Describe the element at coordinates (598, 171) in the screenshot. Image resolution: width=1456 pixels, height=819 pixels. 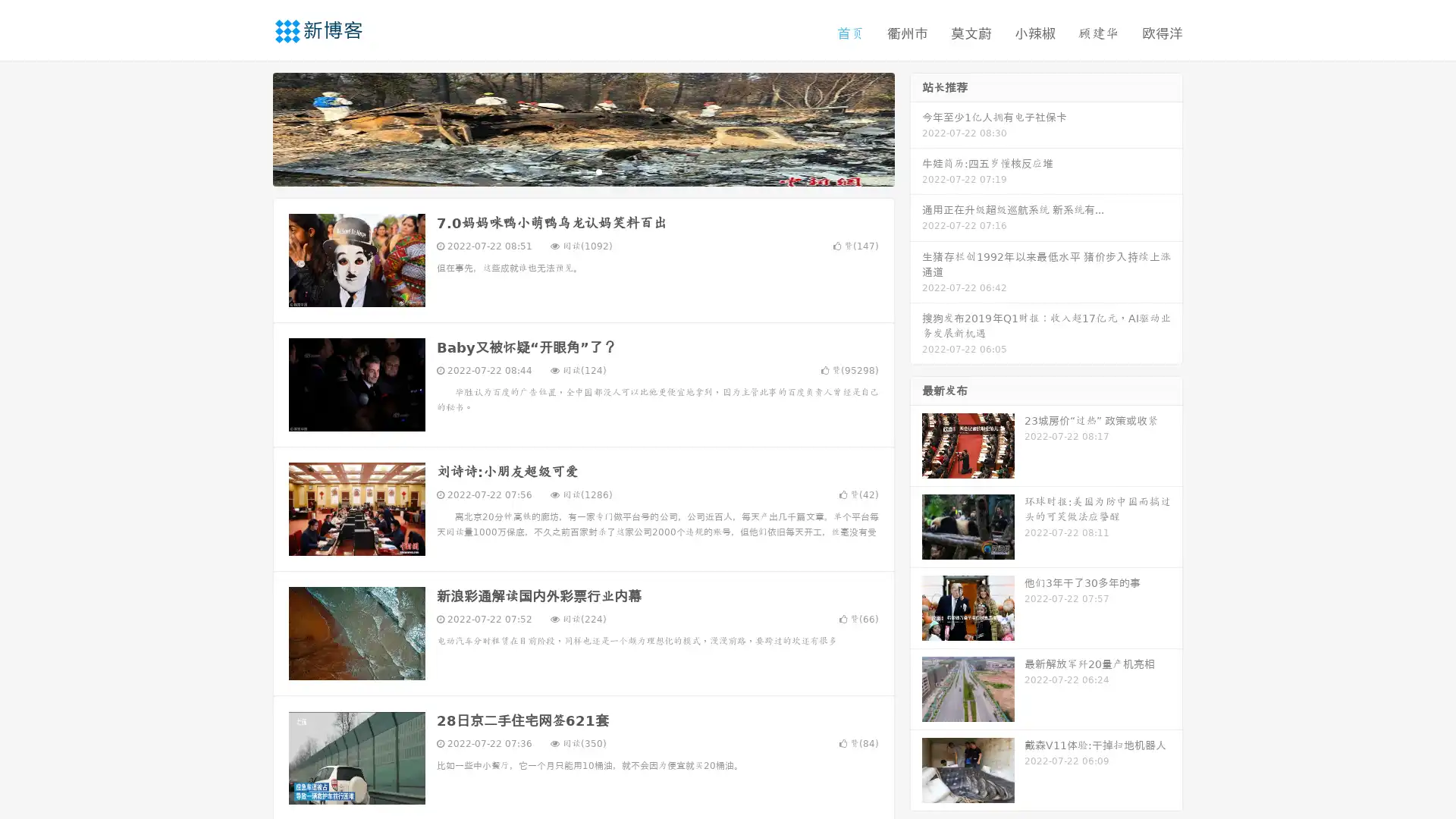
I see `Go to slide 3` at that location.